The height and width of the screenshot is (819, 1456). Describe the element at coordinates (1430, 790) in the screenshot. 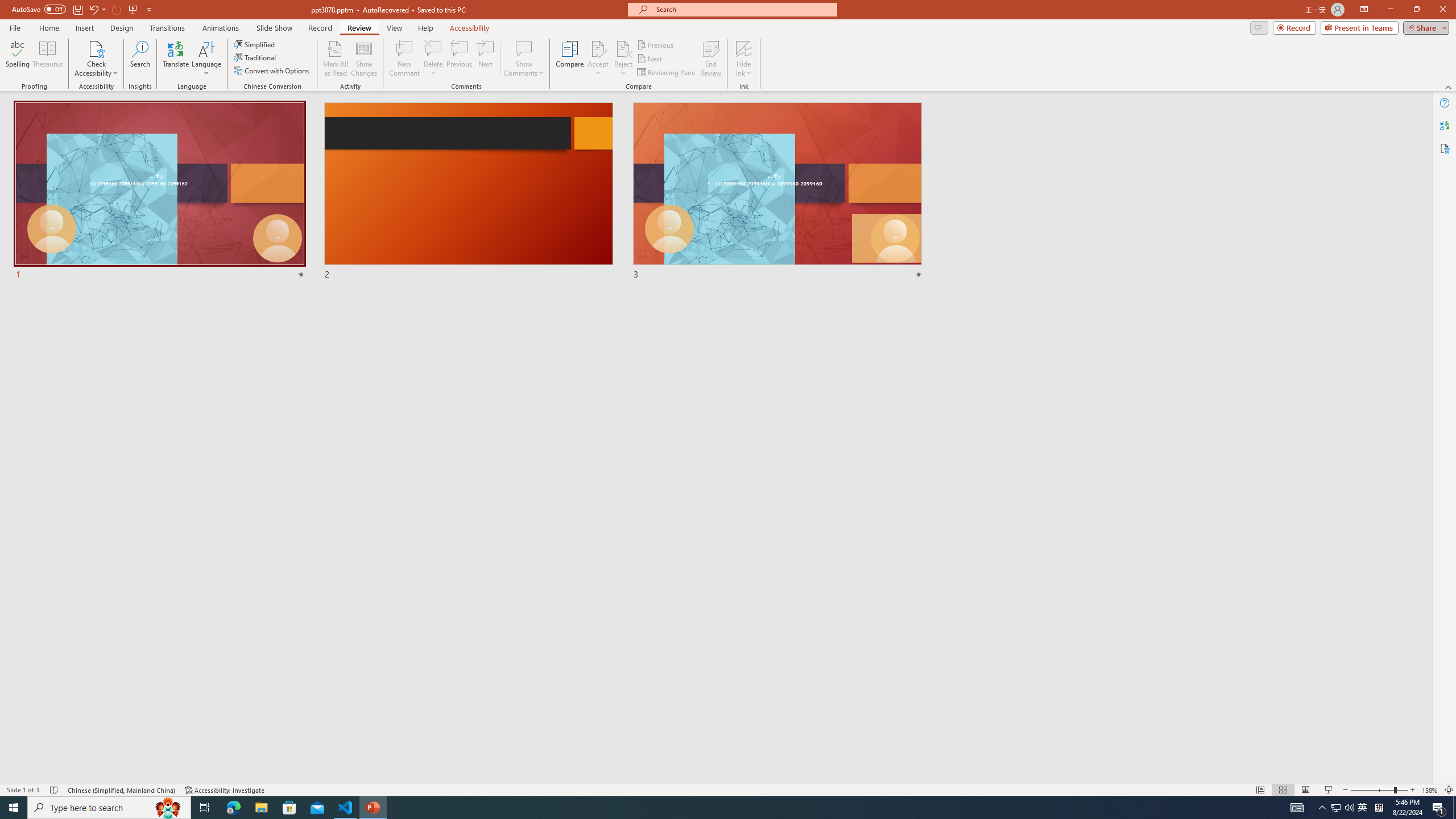

I see `'Zoom 158%'` at that location.